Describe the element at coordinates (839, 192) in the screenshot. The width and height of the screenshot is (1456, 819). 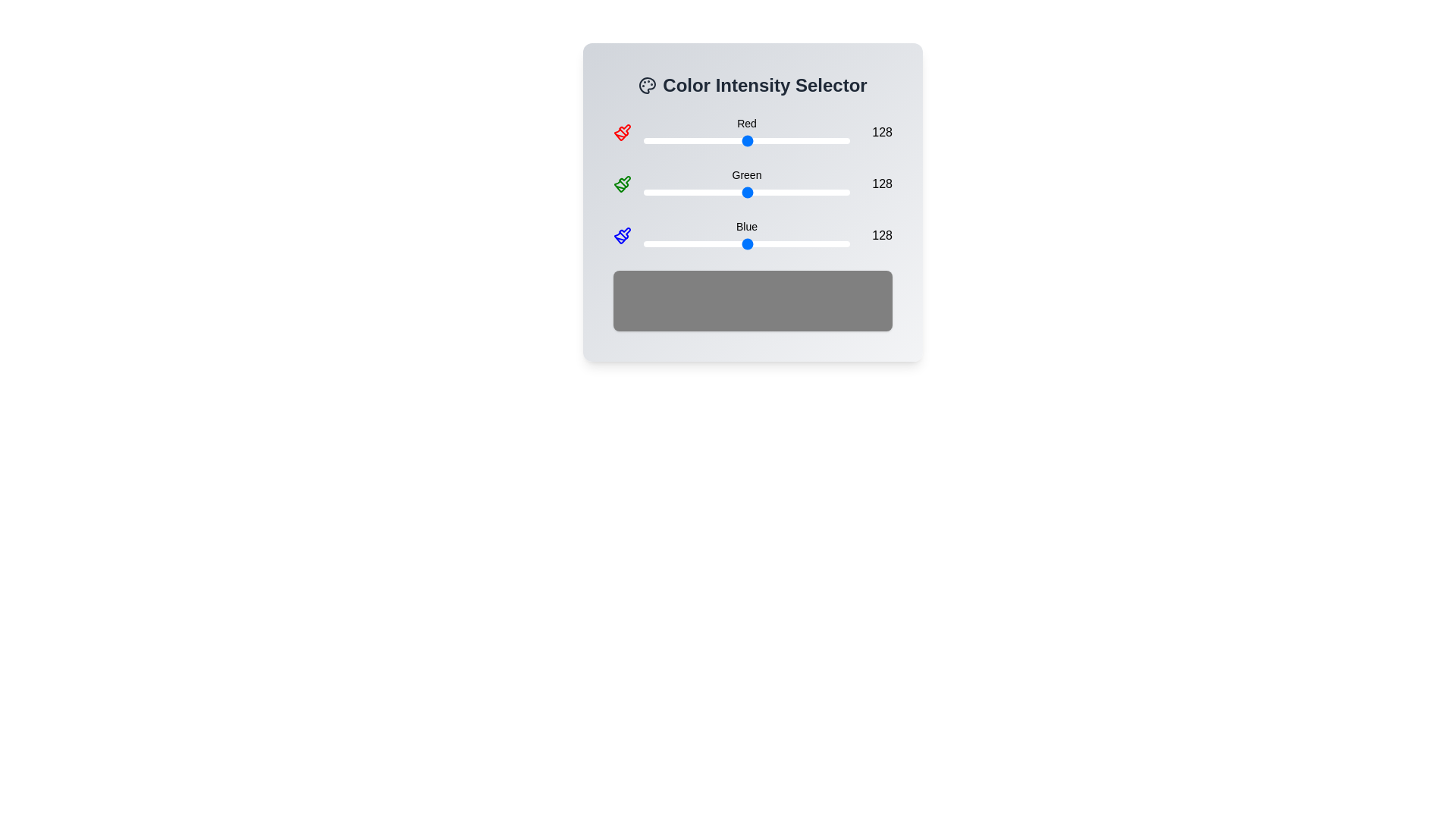
I see `the green intensity` at that location.